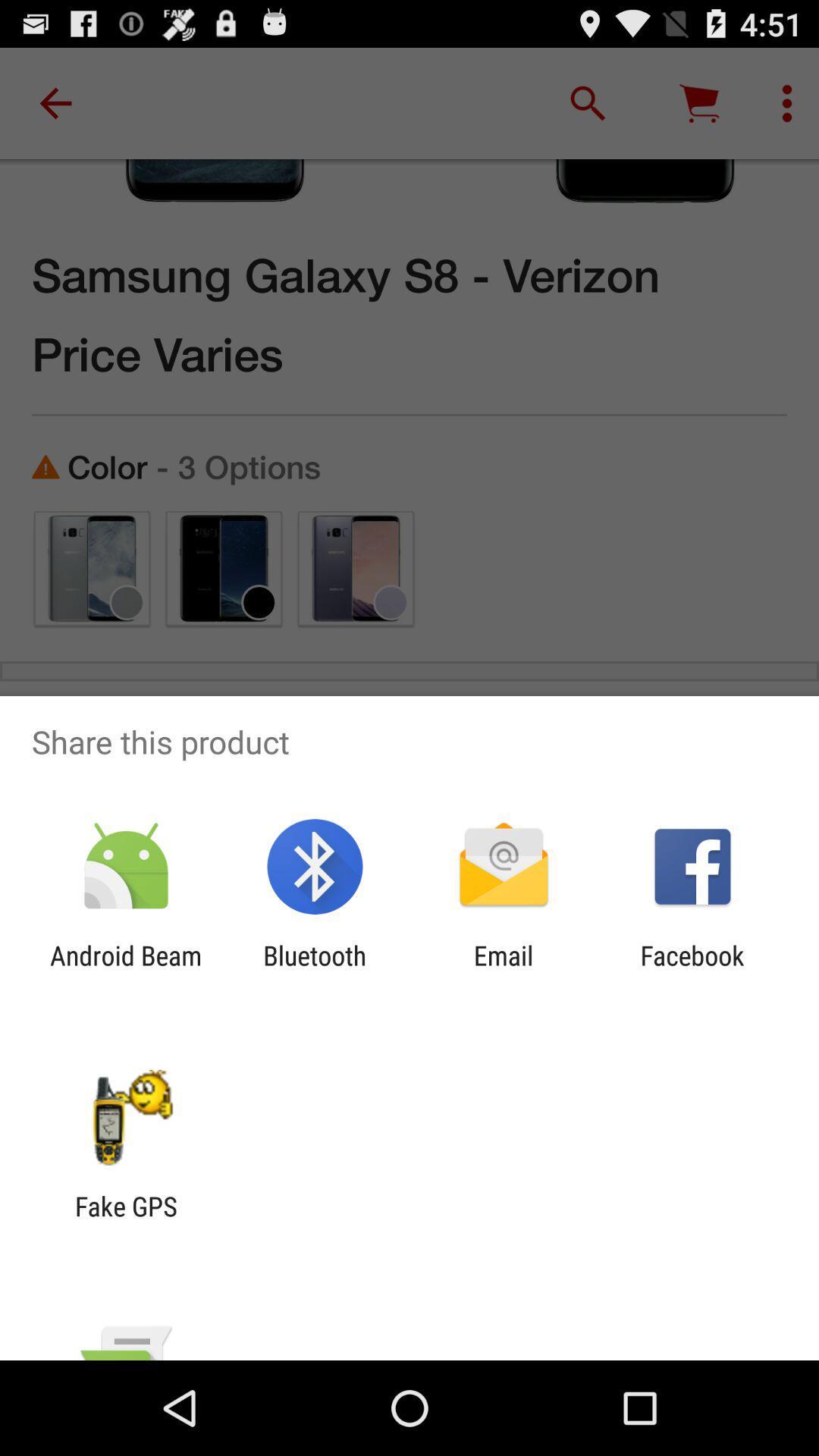 This screenshot has height=1456, width=819. I want to click on icon next to the facebook icon, so click(504, 971).